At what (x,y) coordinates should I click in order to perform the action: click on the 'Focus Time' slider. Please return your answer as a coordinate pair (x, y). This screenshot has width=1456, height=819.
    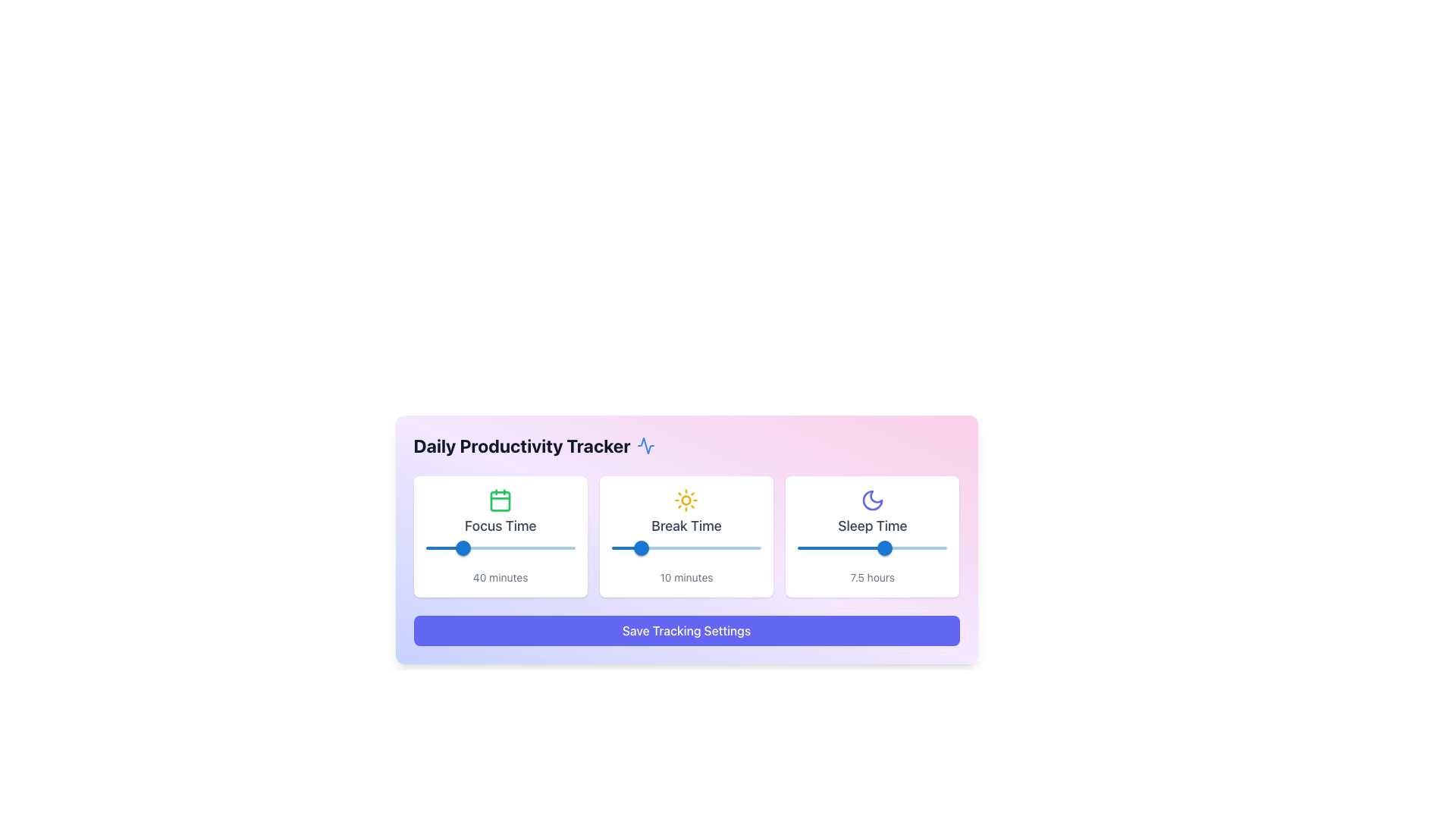
    Looking at the image, I should click on (502, 546).